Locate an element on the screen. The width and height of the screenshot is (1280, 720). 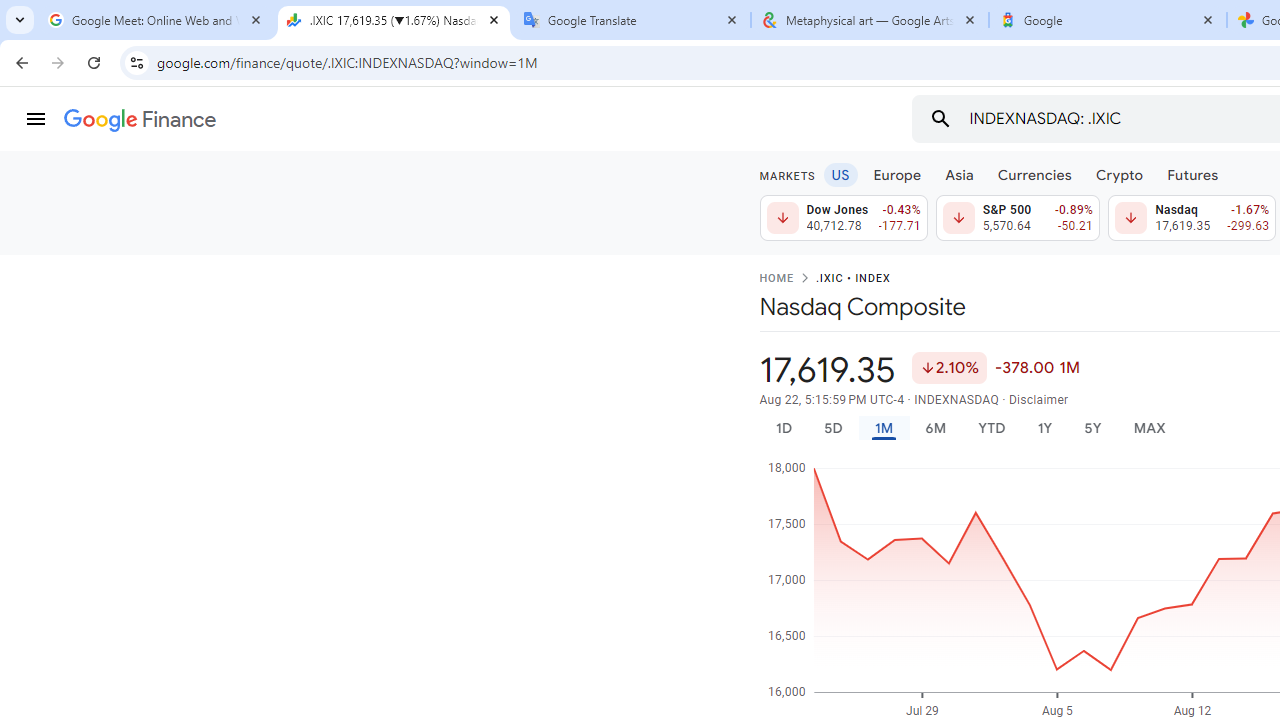
'5Y' is located at coordinates (1091, 427).